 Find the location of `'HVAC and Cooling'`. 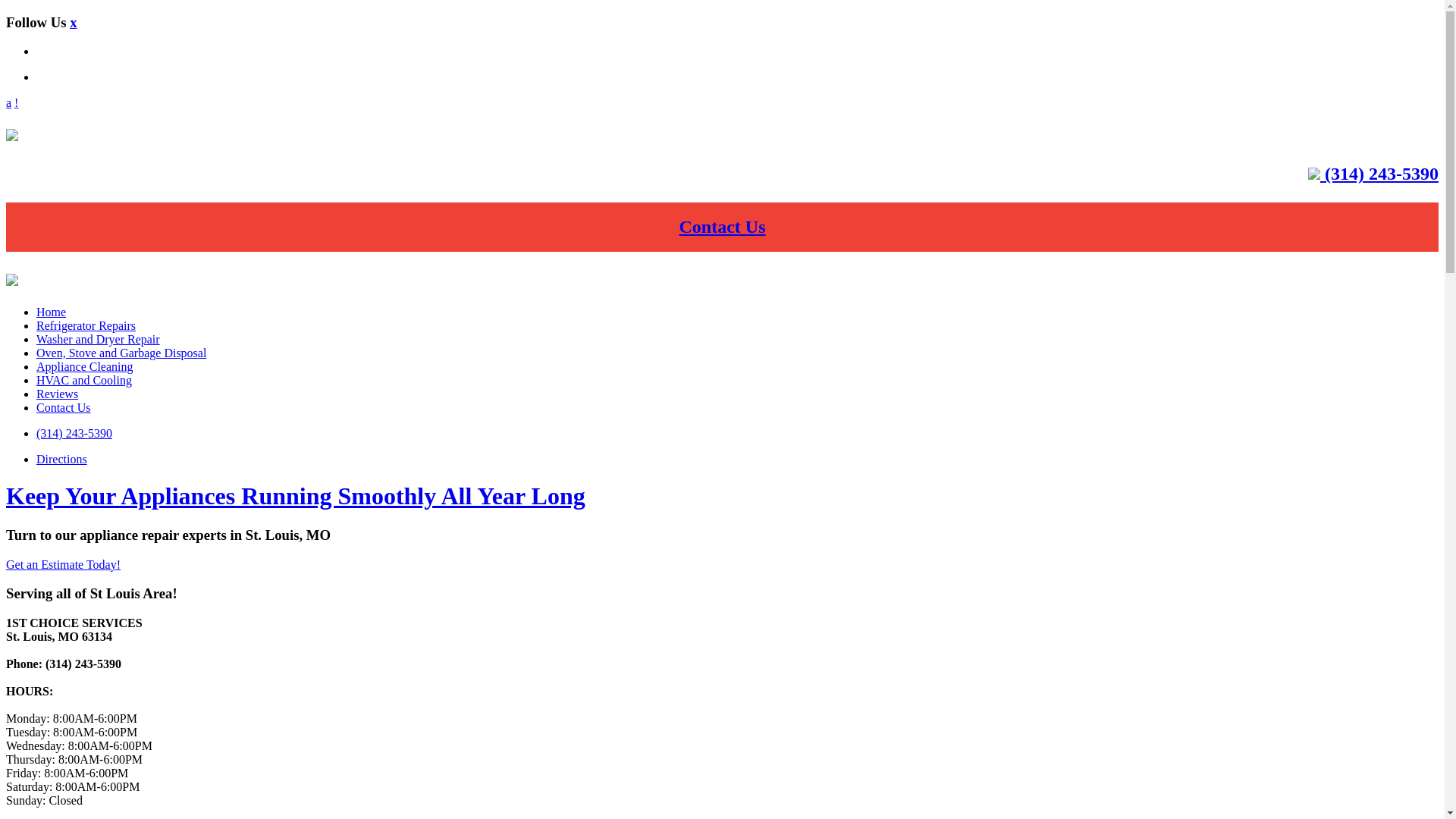

'HVAC and Cooling' is located at coordinates (83, 379).